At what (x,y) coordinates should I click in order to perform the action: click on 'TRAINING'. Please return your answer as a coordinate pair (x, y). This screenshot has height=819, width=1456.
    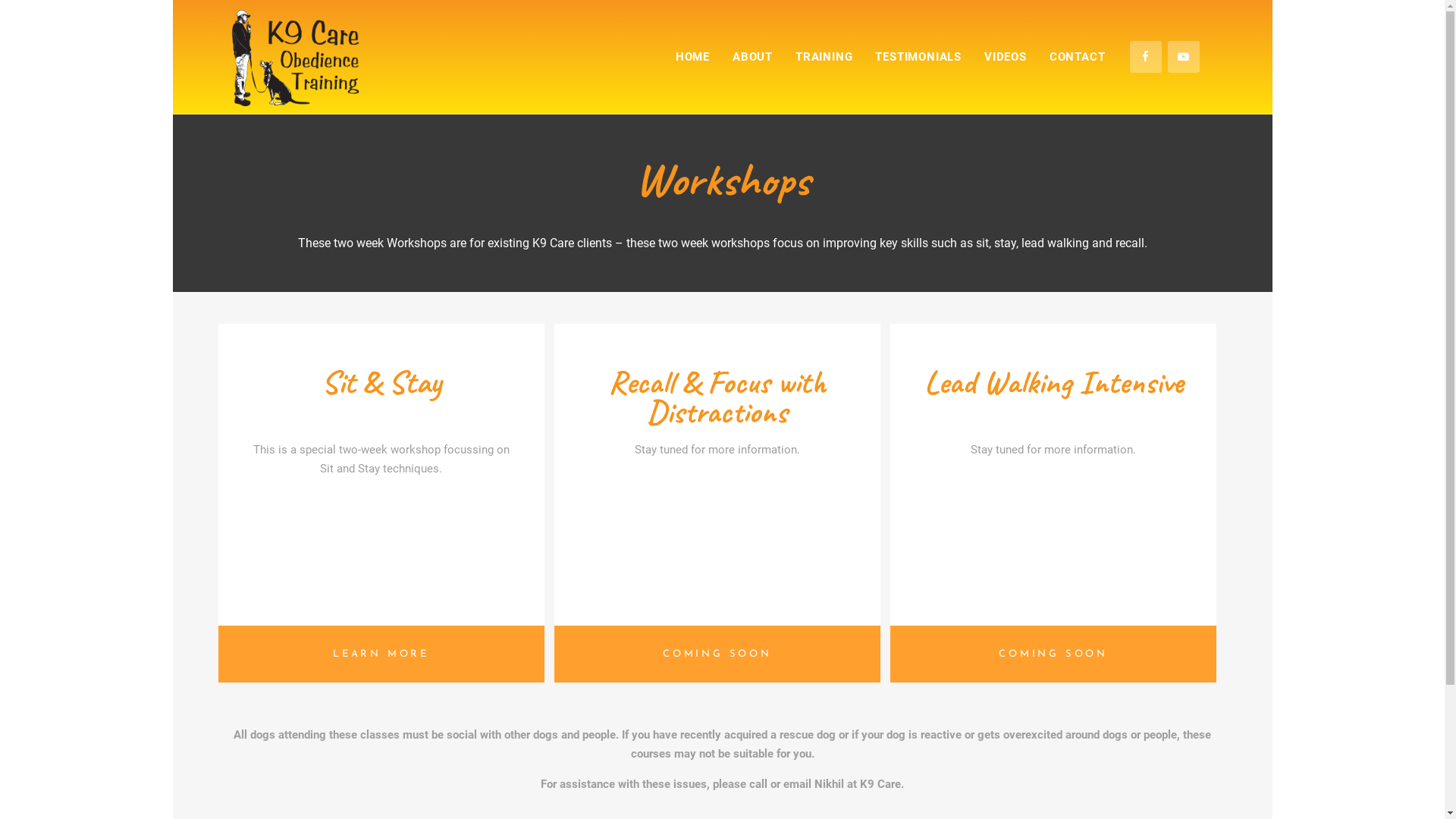
    Looking at the image, I should click on (823, 55).